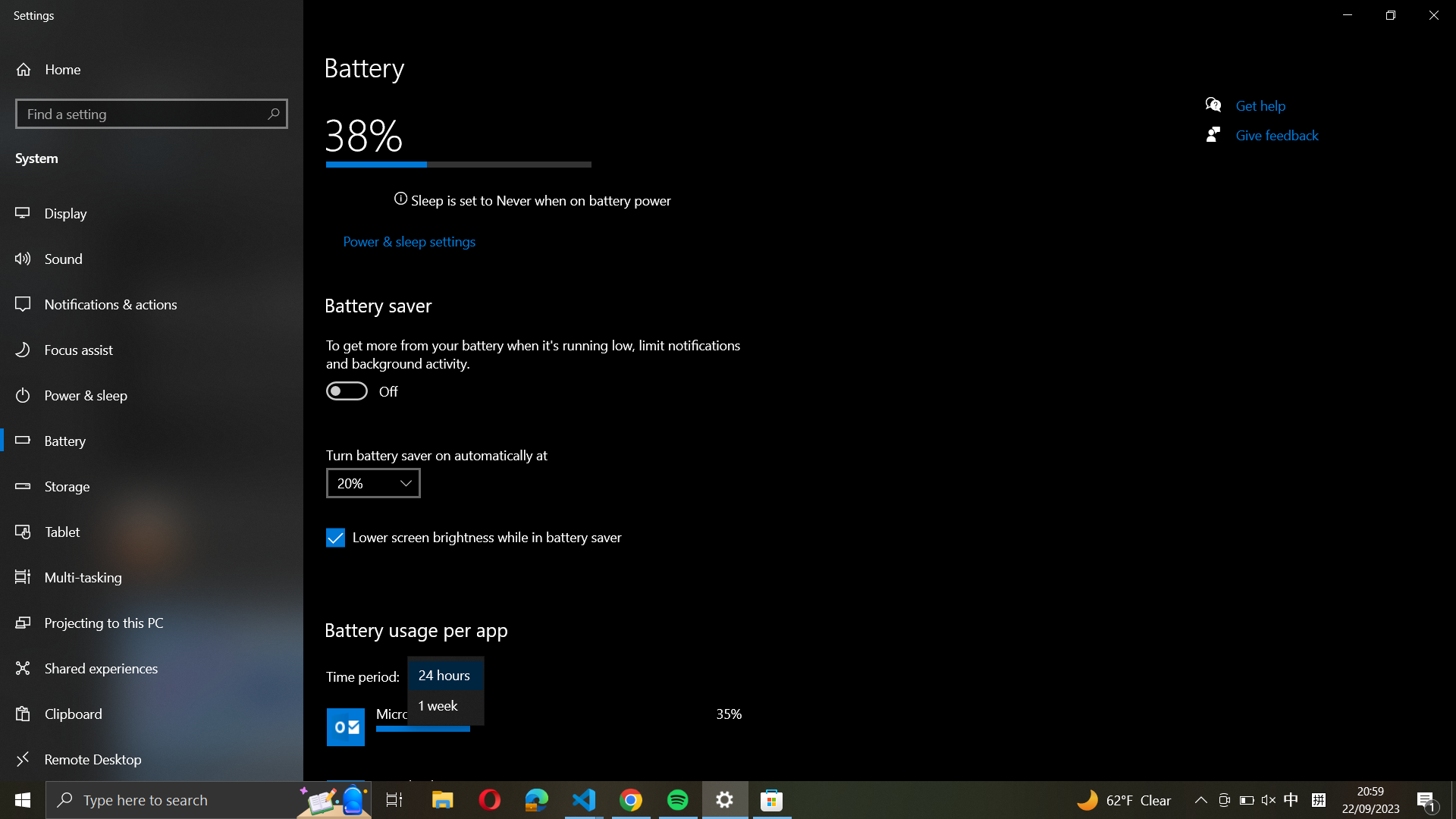  I want to click on Uncheck lower brightness level in battery saver mode, so click(334, 537).